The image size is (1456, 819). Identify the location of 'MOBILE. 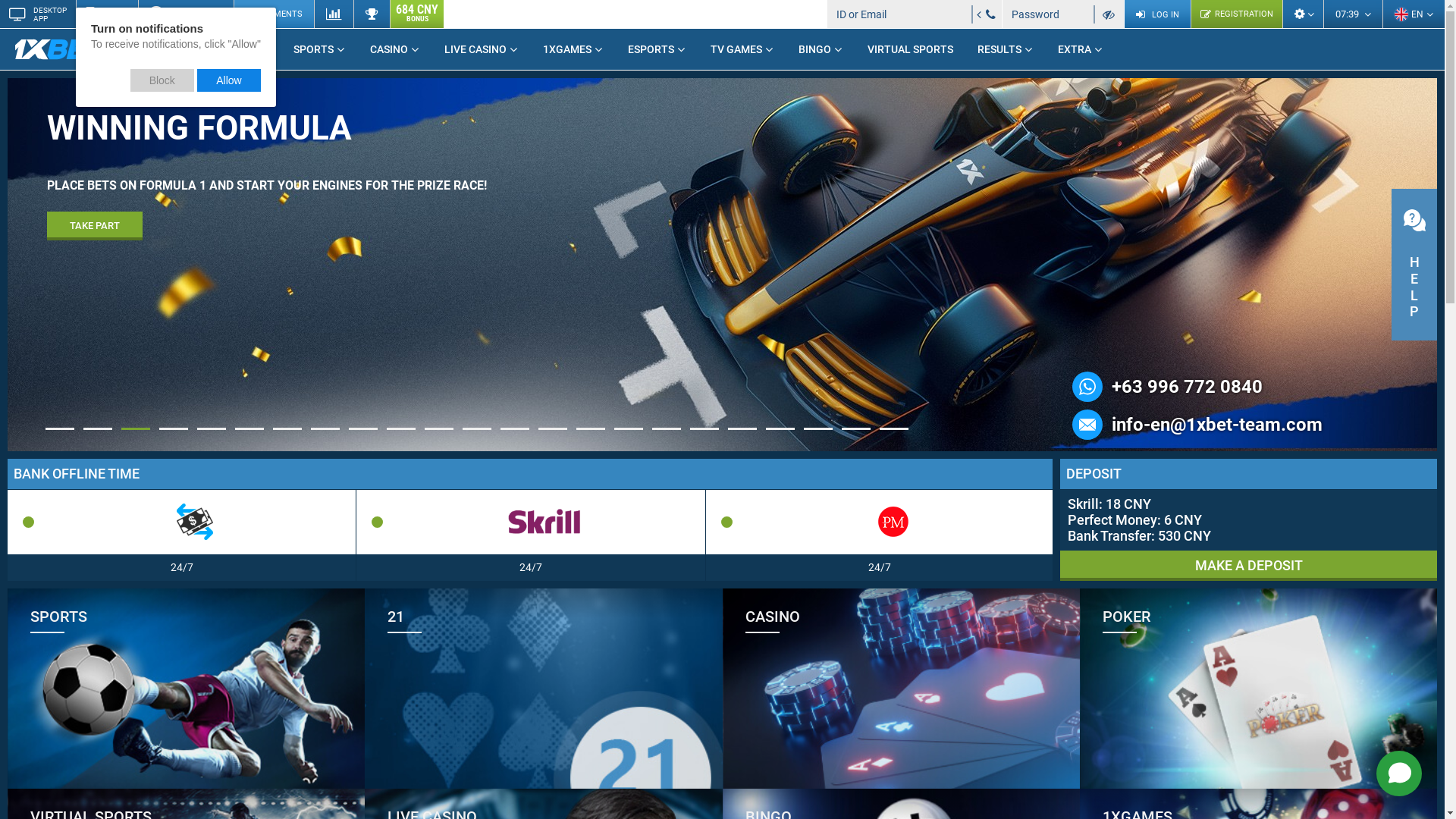
(75, 14).